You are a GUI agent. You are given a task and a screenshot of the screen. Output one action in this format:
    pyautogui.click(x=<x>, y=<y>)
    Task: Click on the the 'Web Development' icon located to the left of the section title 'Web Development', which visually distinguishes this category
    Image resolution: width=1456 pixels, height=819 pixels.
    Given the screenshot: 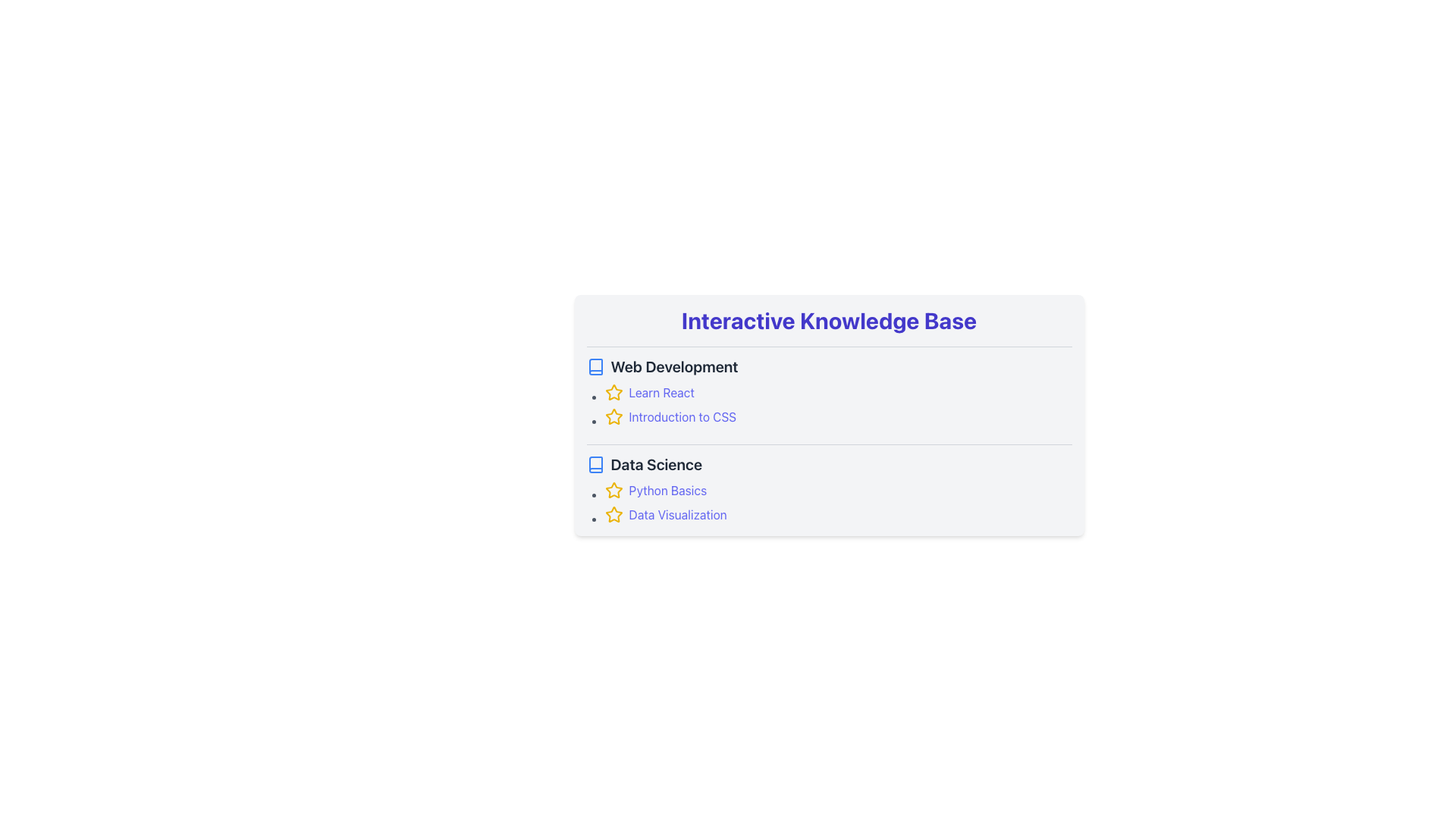 What is the action you would take?
    pyautogui.click(x=595, y=464)
    